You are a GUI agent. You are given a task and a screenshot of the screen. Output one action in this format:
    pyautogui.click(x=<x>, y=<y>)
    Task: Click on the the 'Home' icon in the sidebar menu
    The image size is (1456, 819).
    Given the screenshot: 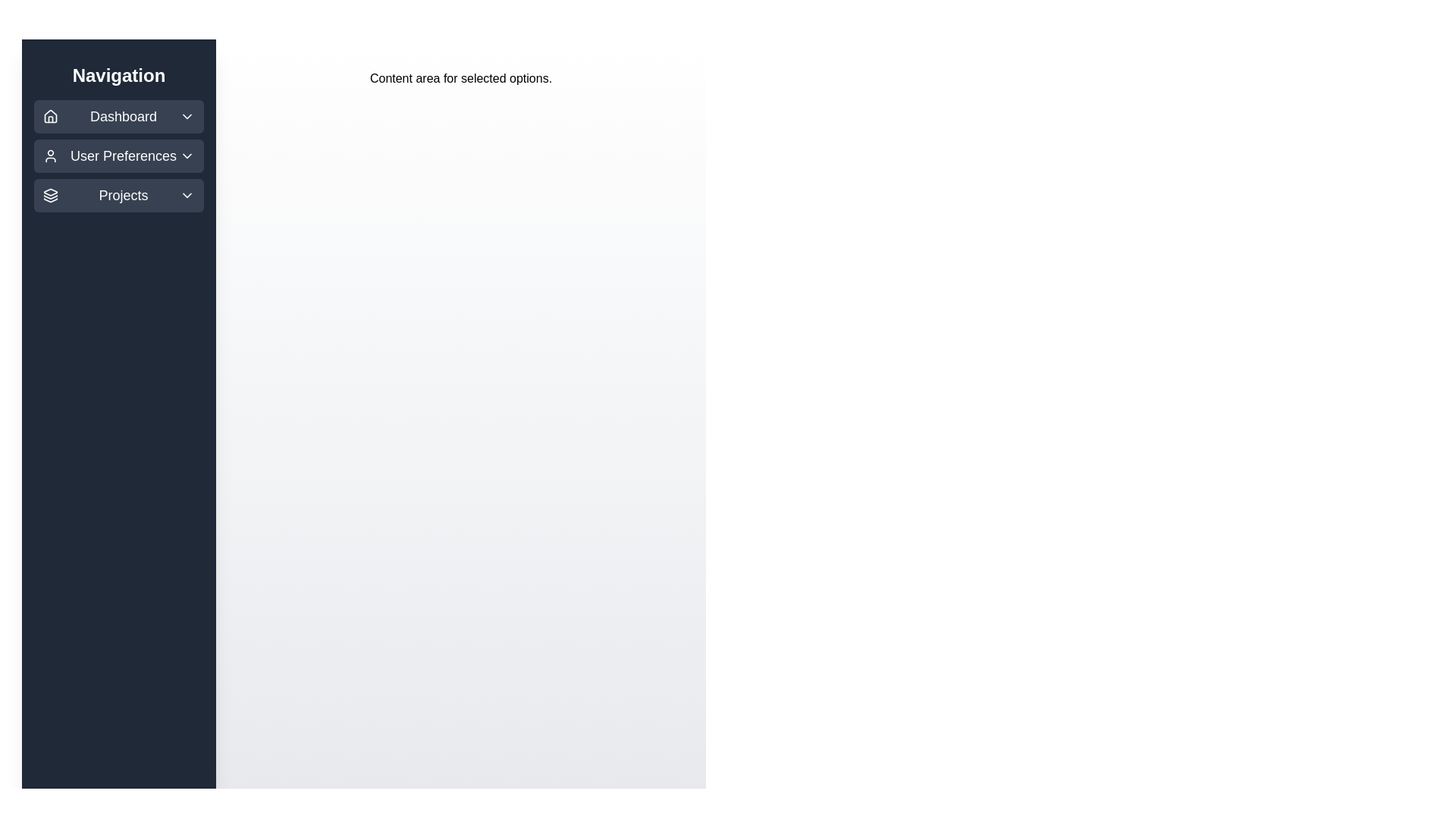 What is the action you would take?
    pyautogui.click(x=51, y=115)
    